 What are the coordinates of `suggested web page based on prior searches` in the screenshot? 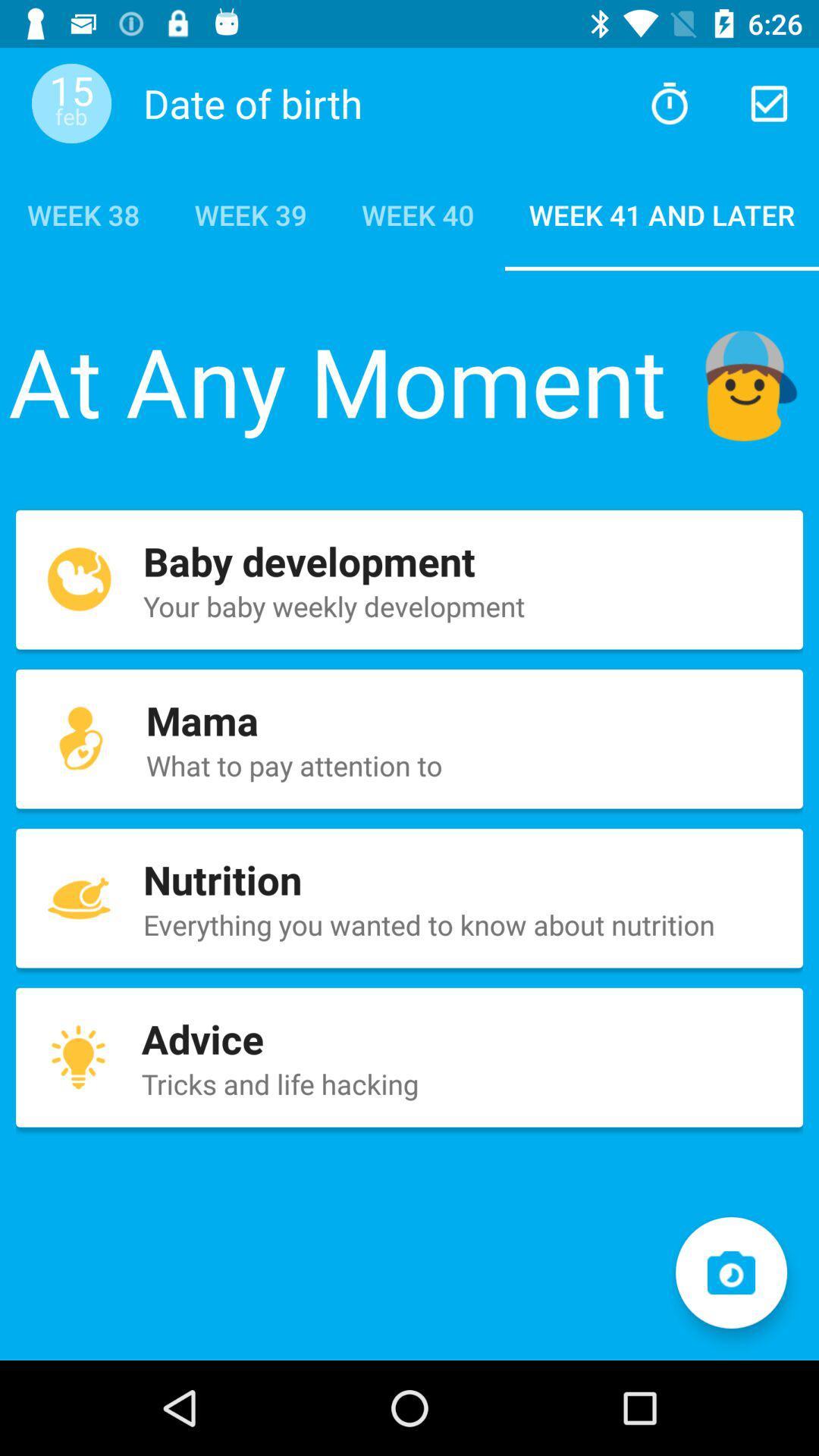 It's located at (669, 102).